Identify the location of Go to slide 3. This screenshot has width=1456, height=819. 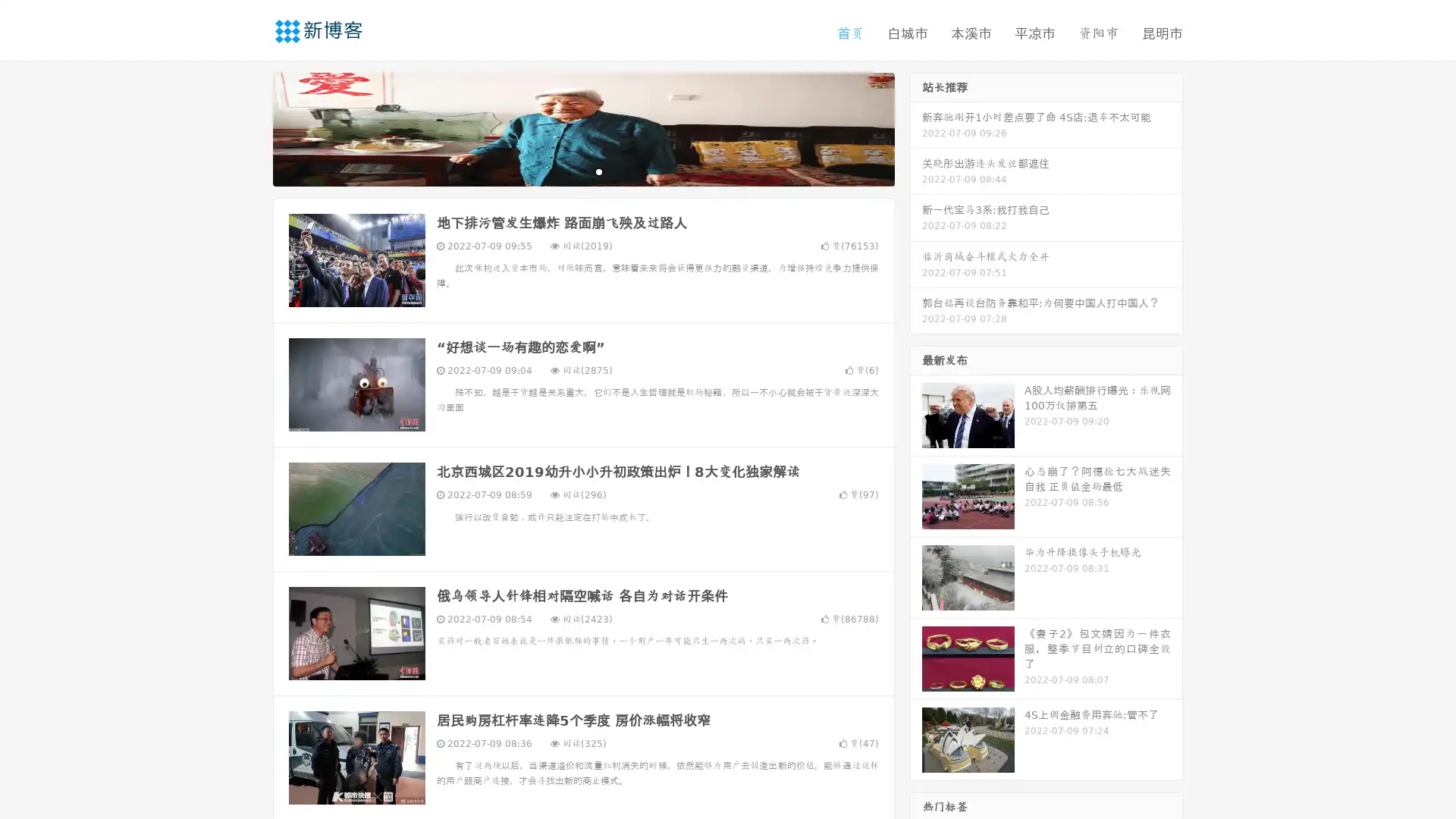
(598, 171).